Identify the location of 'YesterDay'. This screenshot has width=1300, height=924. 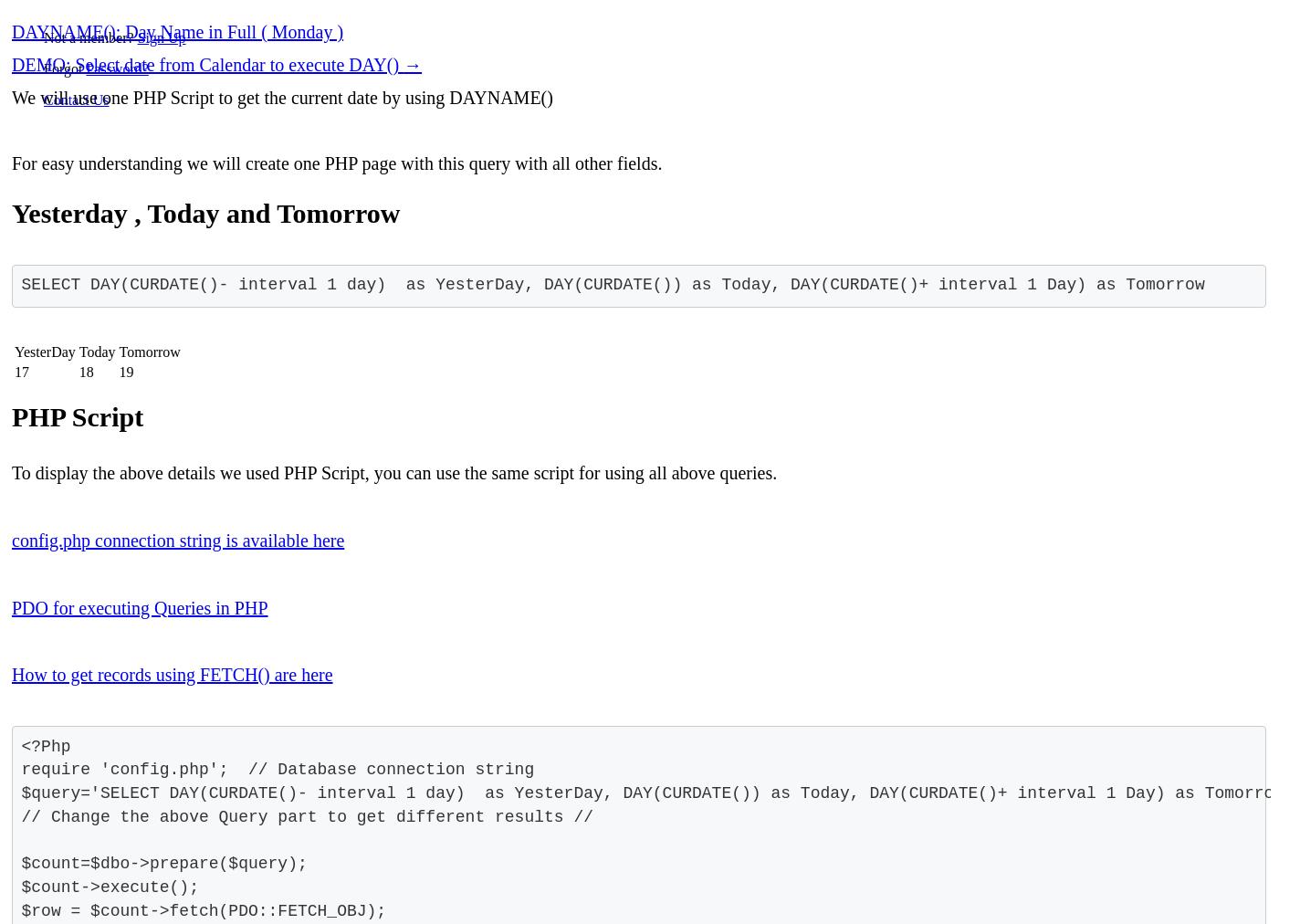
(14, 352).